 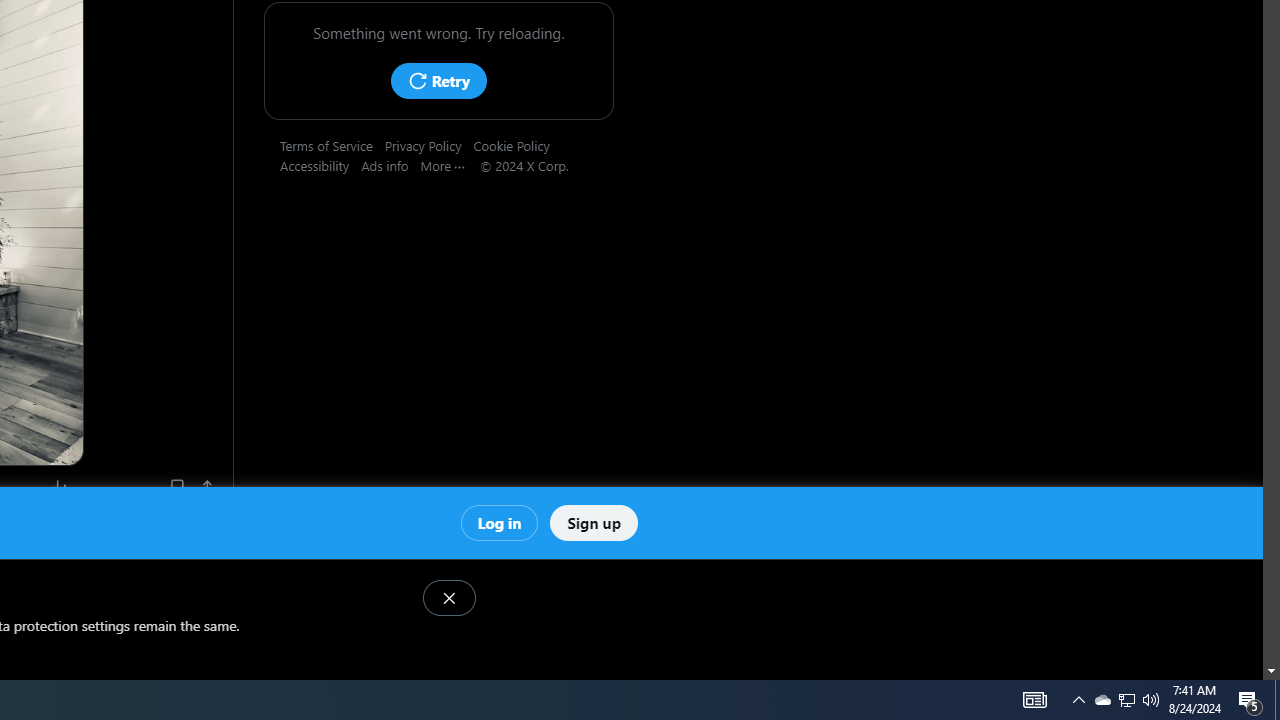 I want to click on 'Retry', so click(x=437, y=79).